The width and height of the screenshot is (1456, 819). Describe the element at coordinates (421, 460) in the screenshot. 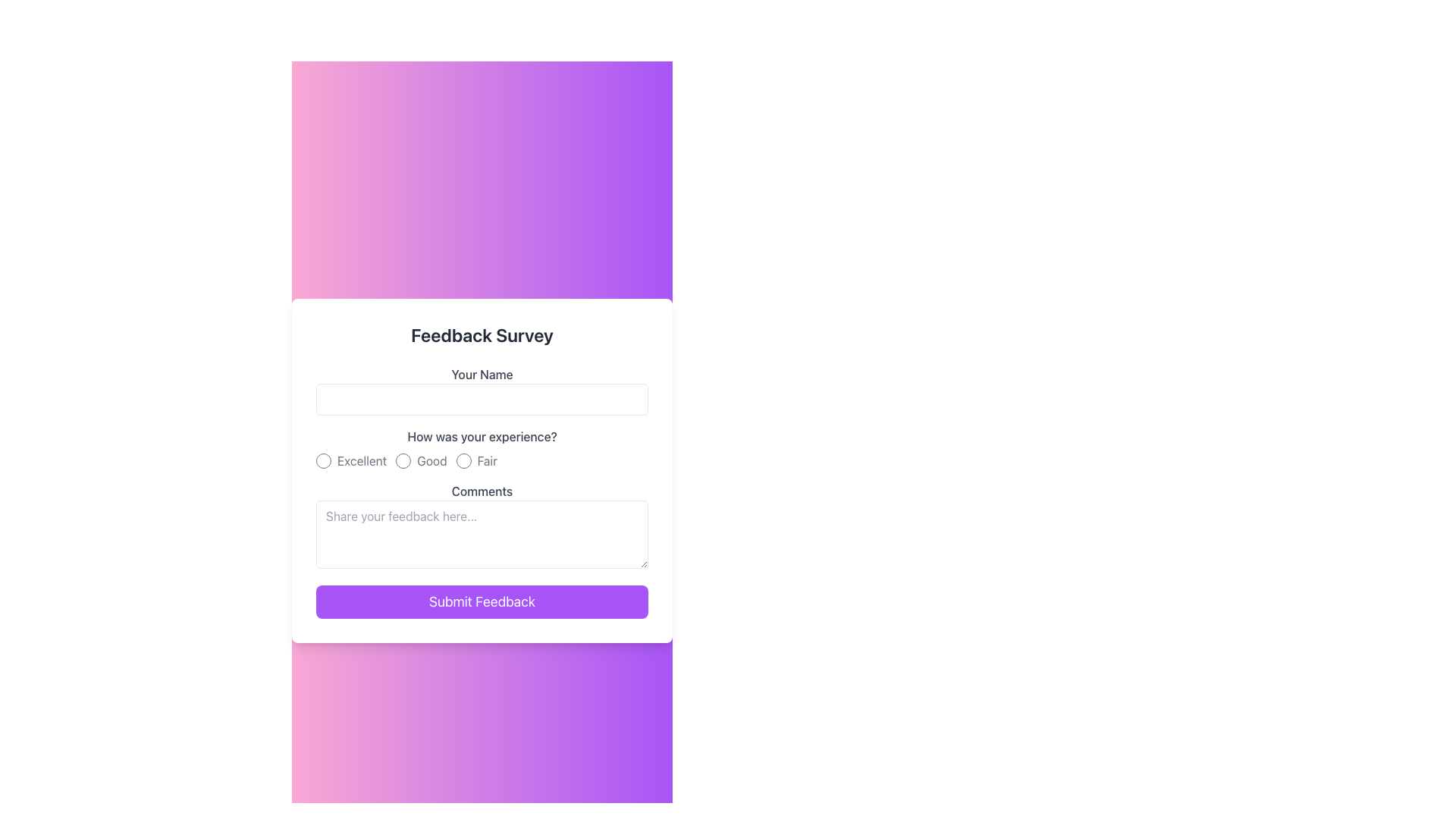

I see `the radio button associated with the 'Good' label in the feedback survey` at that location.